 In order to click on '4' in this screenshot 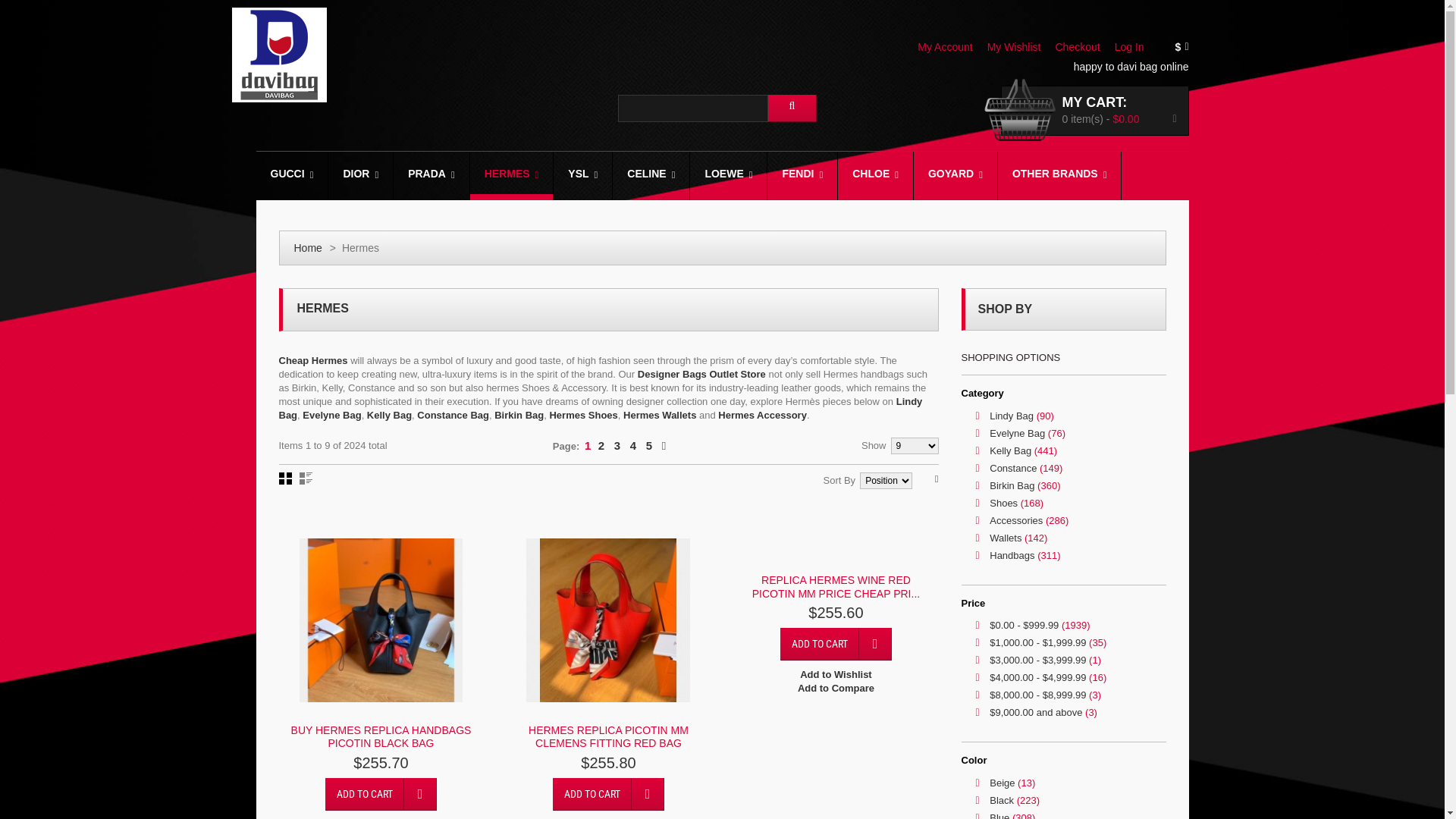, I will do `click(633, 444)`.